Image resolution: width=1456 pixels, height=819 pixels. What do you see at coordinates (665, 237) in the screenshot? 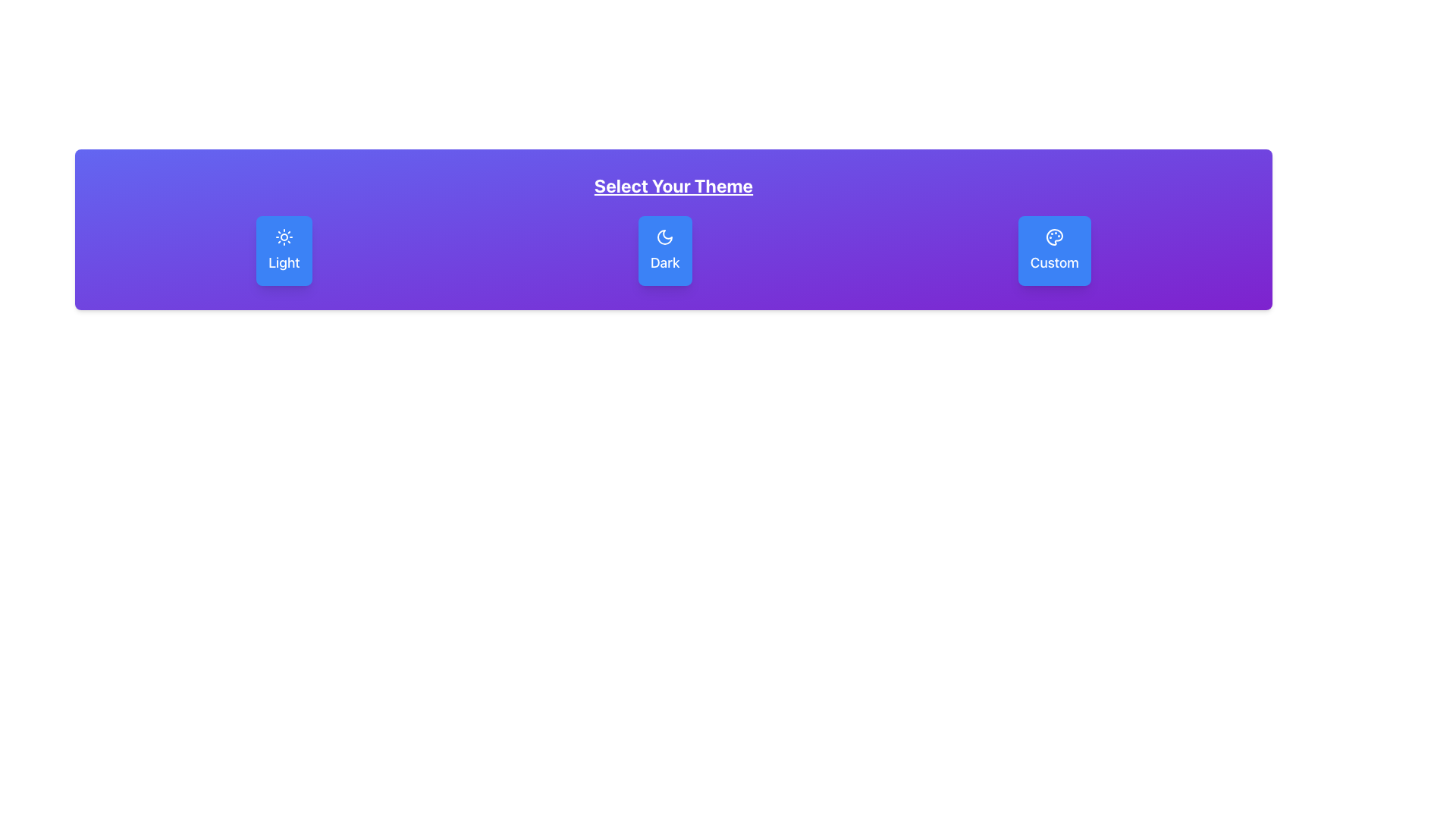
I see `the moon-shaped icon within the blue rounded rectangular button labeled 'Dark'` at bounding box center [665, 237].